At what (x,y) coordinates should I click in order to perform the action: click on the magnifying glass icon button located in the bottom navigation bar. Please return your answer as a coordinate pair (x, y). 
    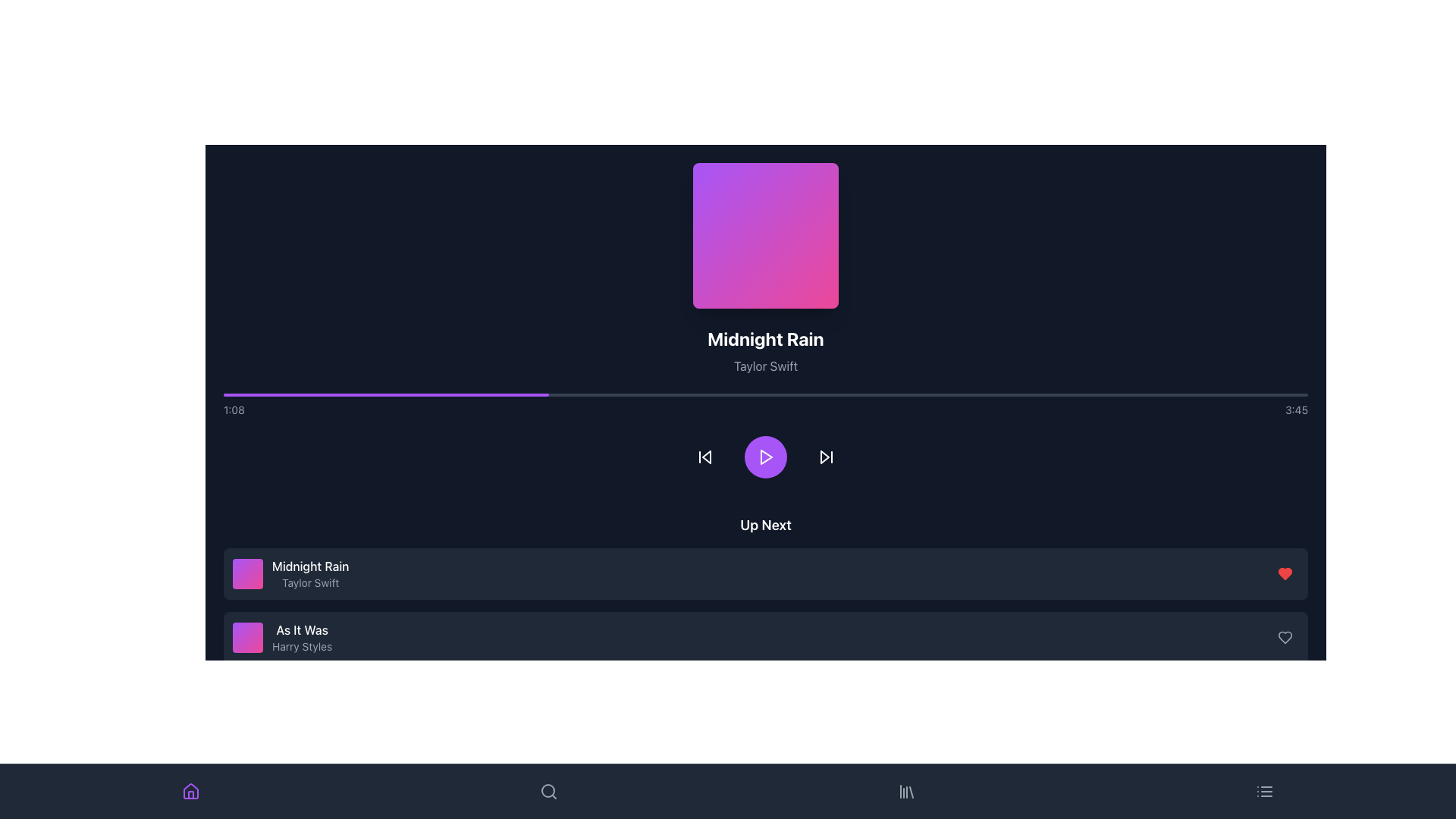
    Looking at the image, I should click on (548, 791).